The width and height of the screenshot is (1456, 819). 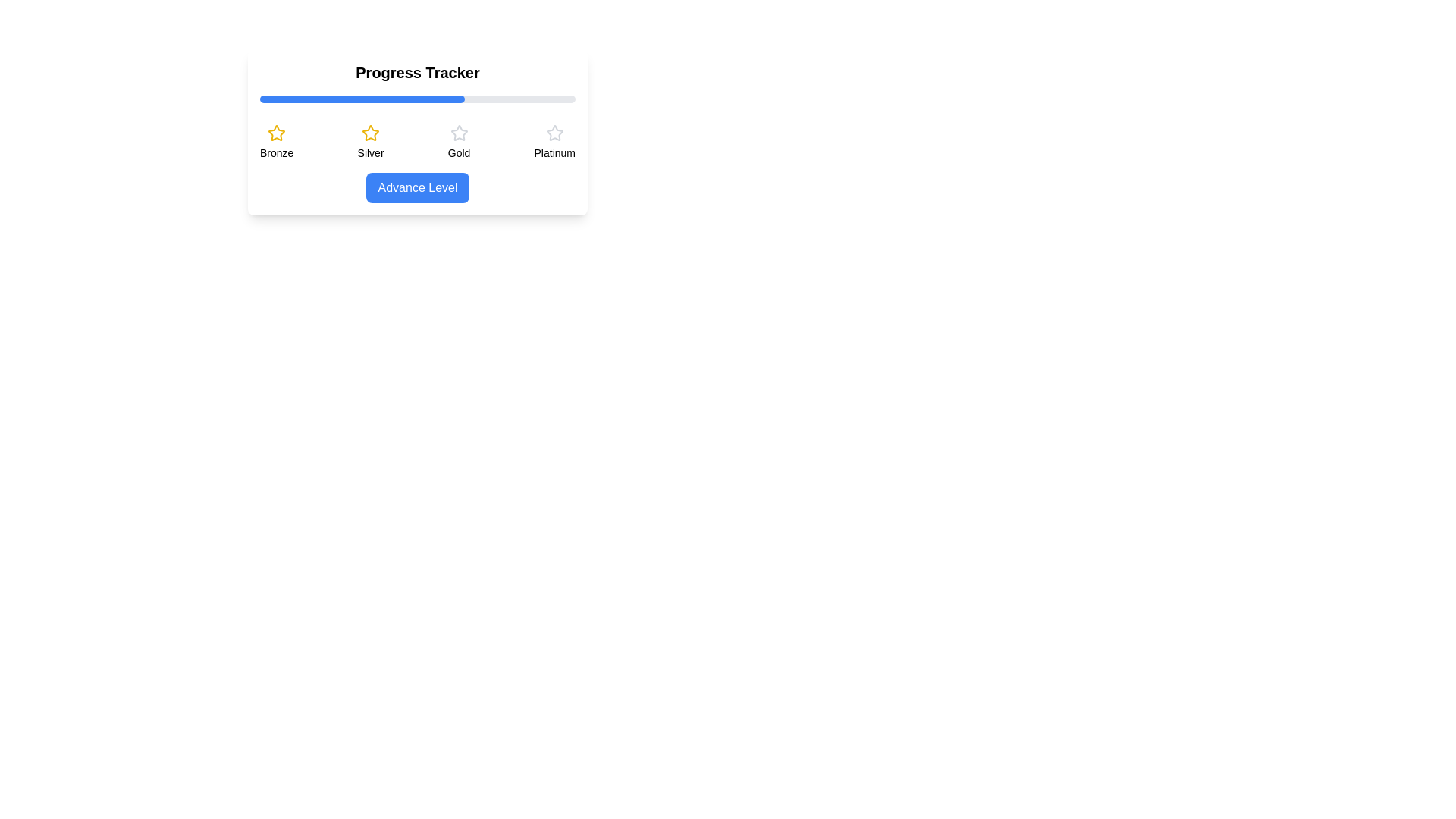 I want to click on the non-interactive 'Gold' level icon in the progress tracker system, located below the 'Progress Tracker' header and above the 'Advance Level' button, so click(x=458, y=140).